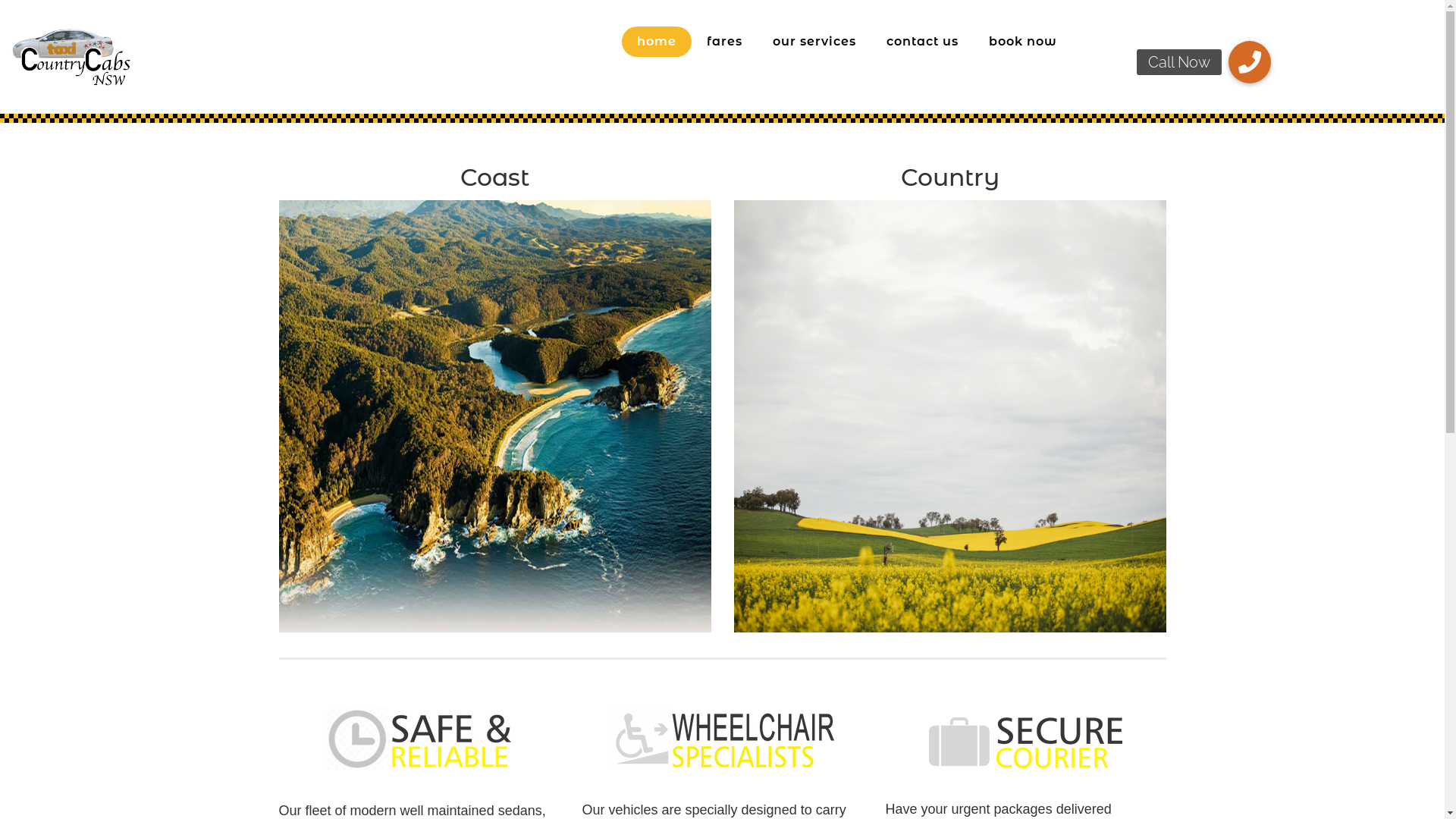  I want to click on 'book now', so click(1022, 40).